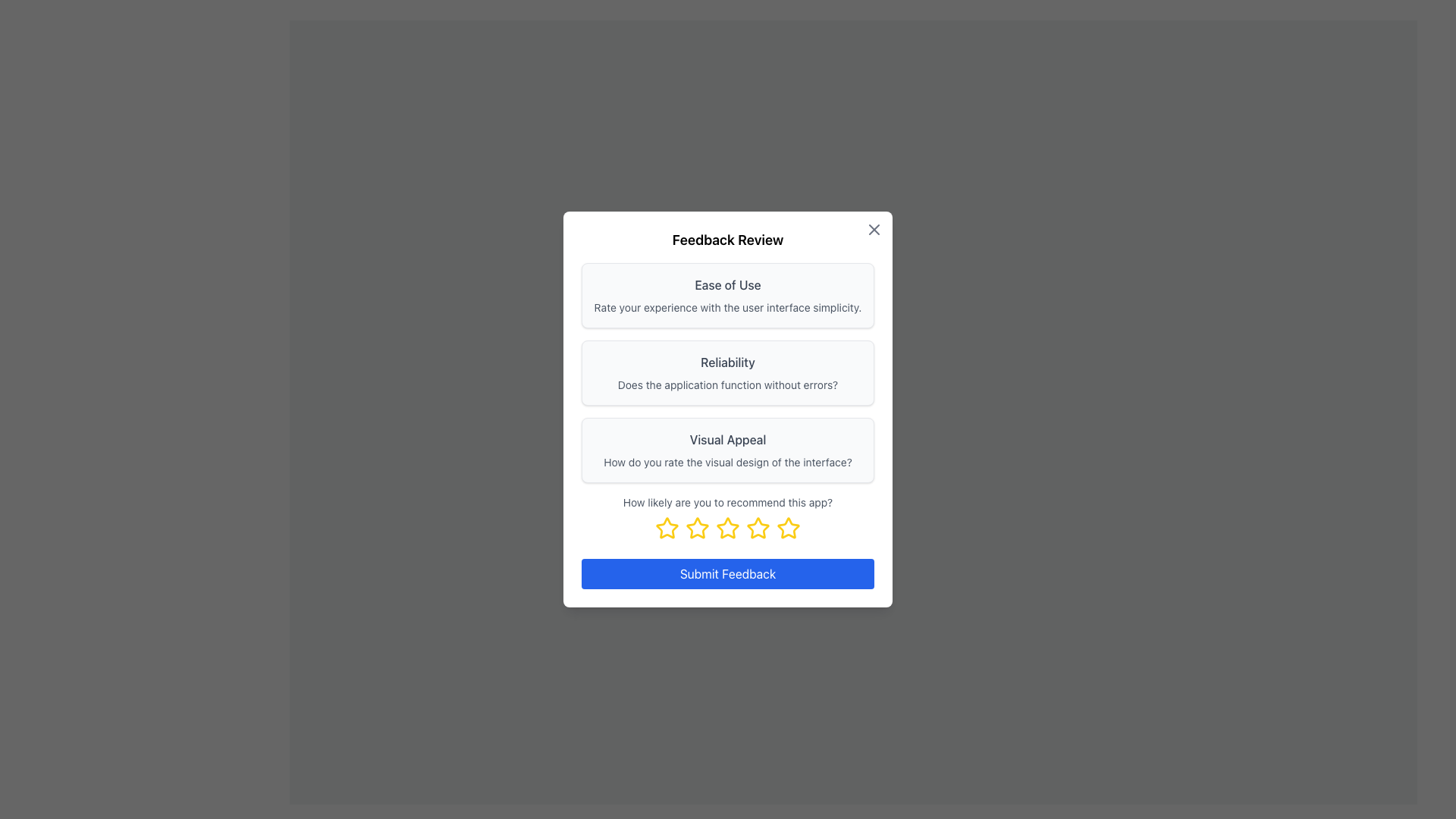  I want to click on the fifth interactive star icon, which is a hollow star with a yellow border and white interior, located above the blue 'Submit Feedback' button in the feedback review modal, so click(789, 527).